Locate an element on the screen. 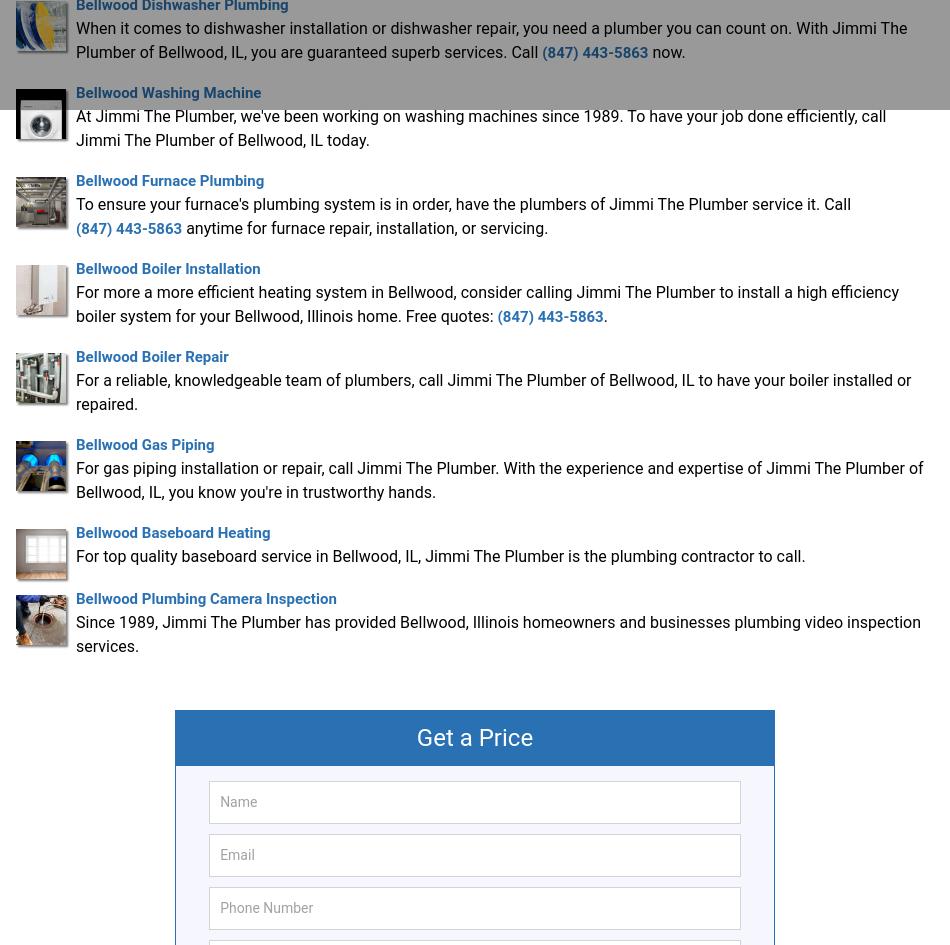  'Bellwood Plumbing Camera Inspection' is located at coordinates (205, 597).